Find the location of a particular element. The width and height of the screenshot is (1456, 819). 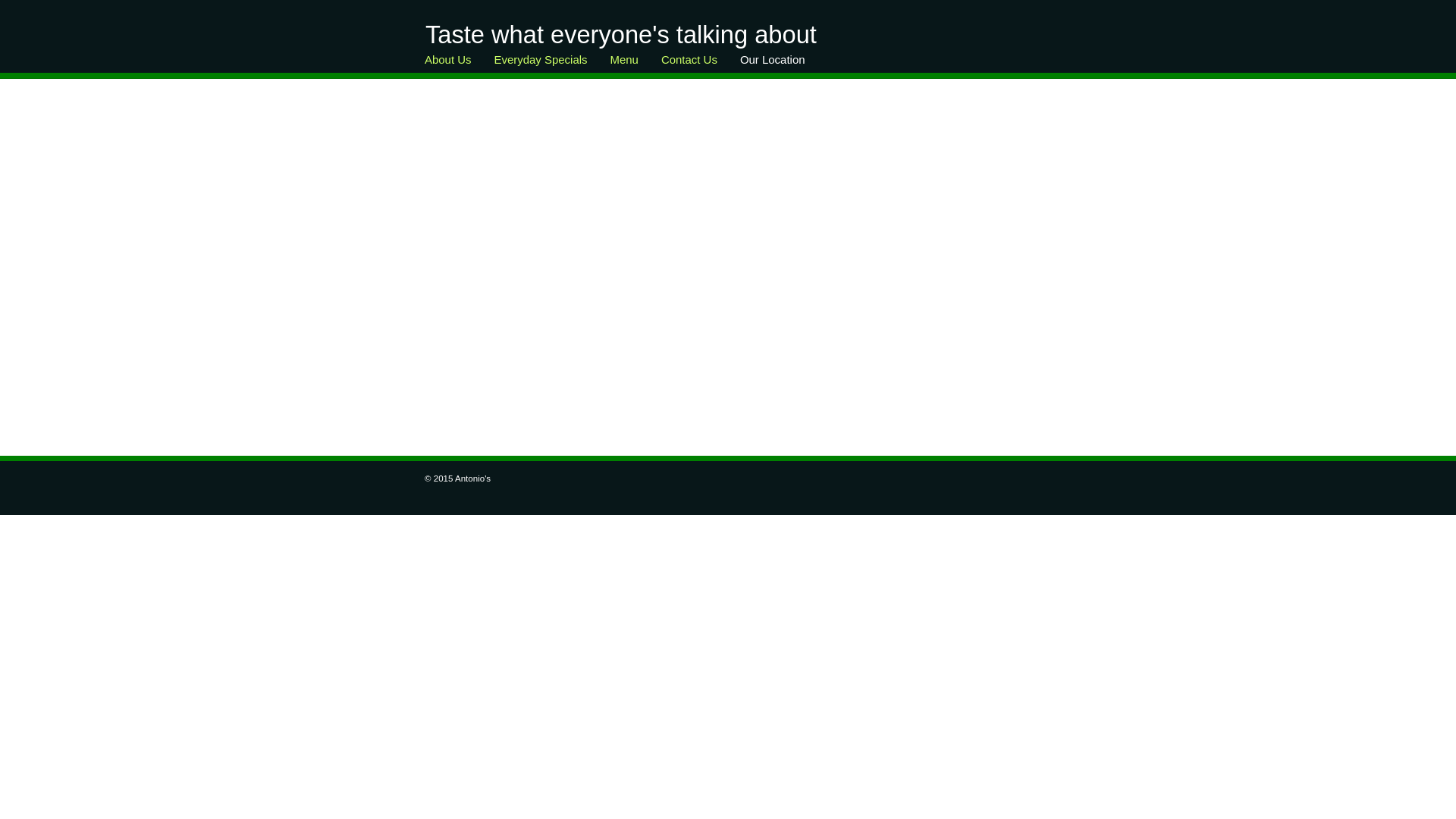

'Our Location' is located at coordinates (728, 63).